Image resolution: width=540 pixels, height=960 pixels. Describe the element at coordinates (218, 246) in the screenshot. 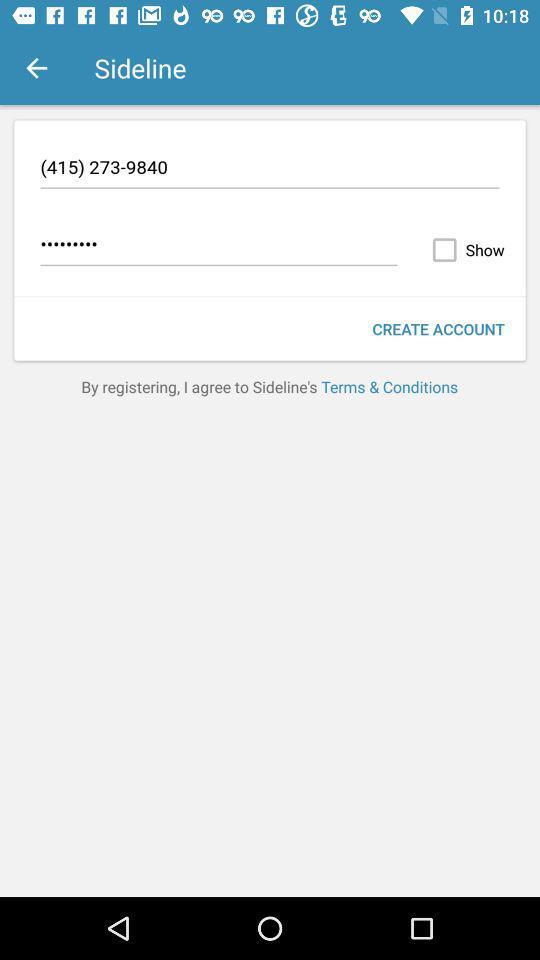

I see `crowd3116 icon` at that location.